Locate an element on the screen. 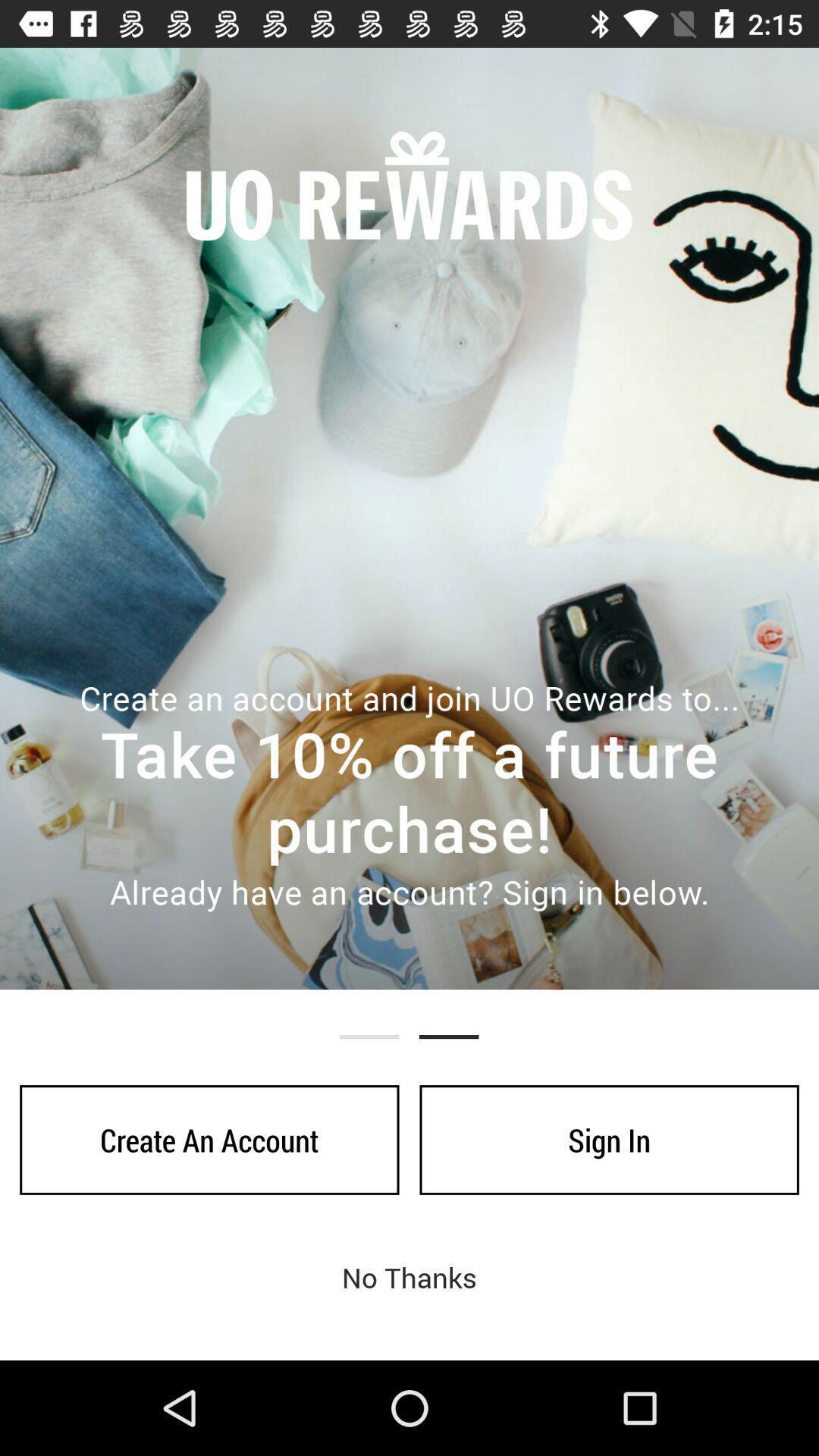 Image resolution: width=819 pixels, height=1456 pixels. create an account is located at coordinates (209, 1140).